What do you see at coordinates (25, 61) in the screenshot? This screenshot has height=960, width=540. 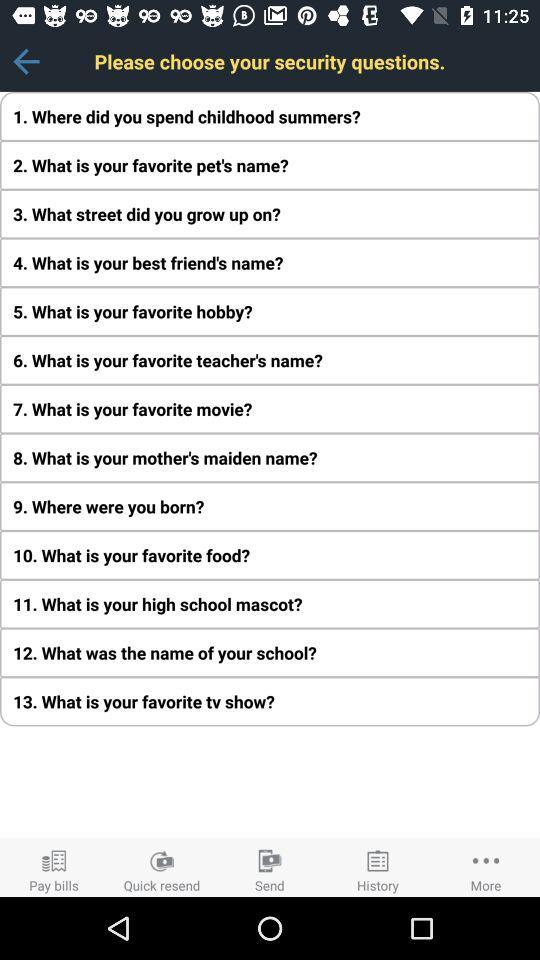 I see `app above the 1 where did` at bounding box center [25, 61].